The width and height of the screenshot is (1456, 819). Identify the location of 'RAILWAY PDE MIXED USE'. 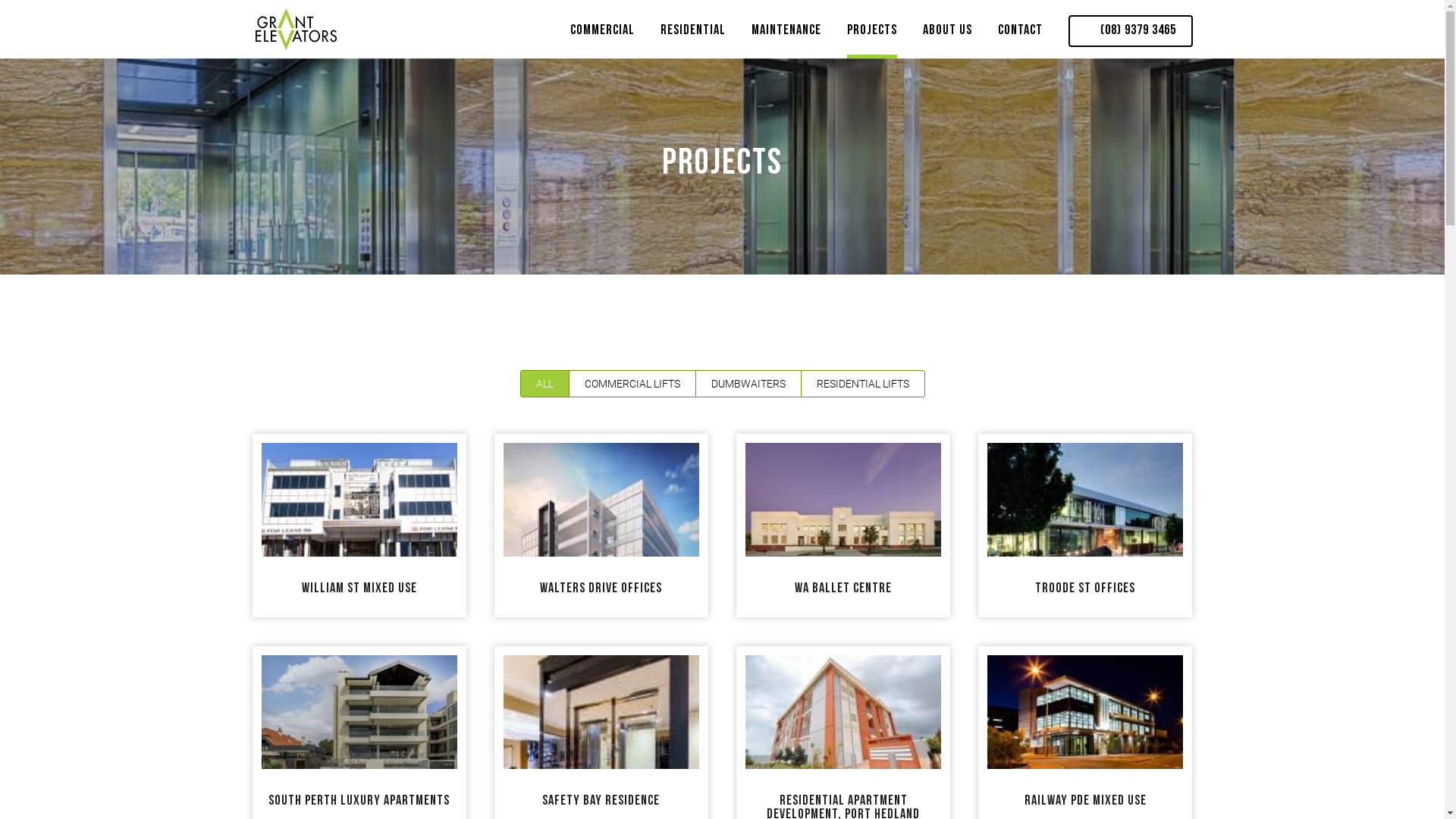
(1084, 800).